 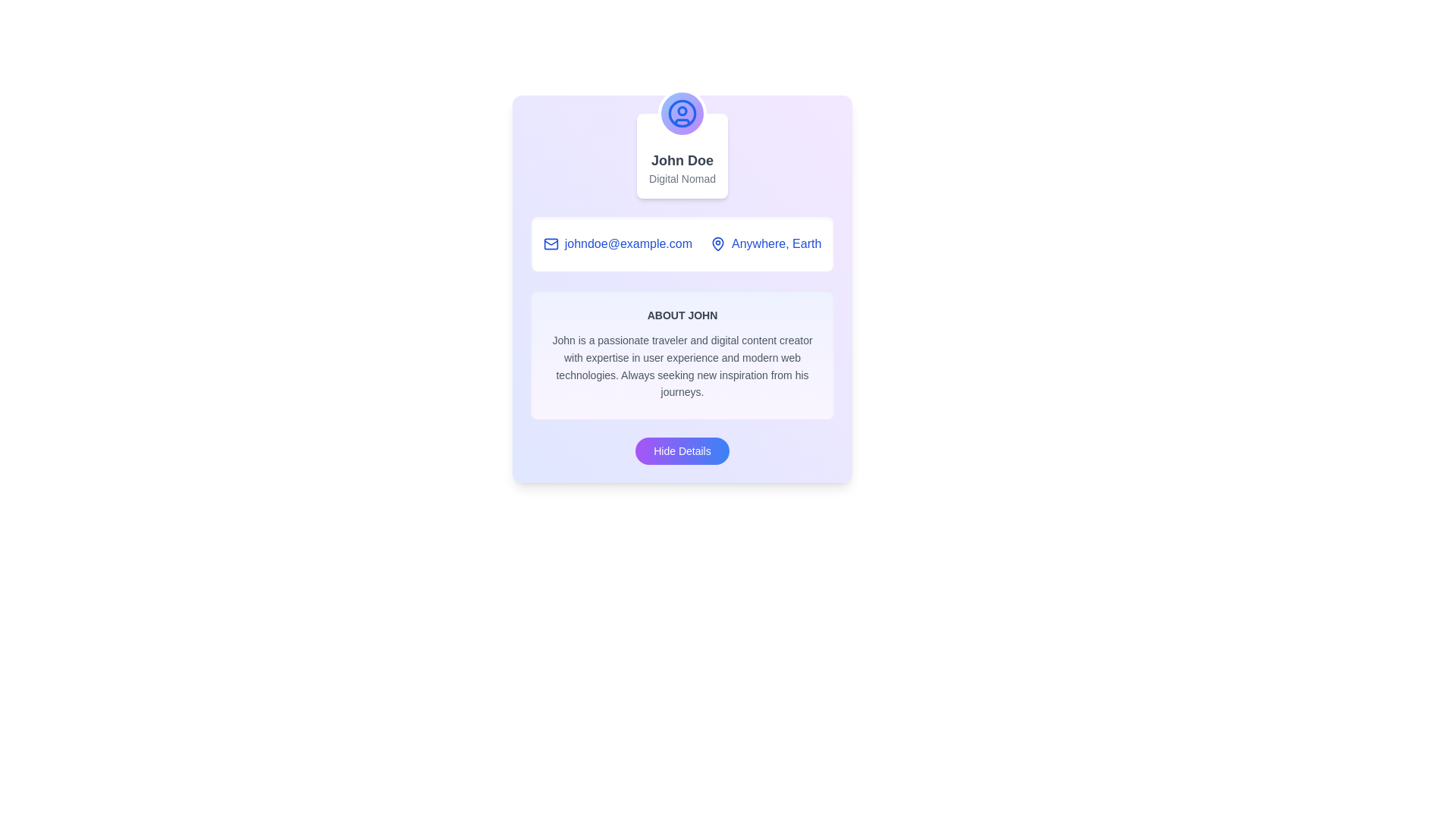 I want to click on the location marker icon representing 'Anywhere, Earth', so click(x=717, y=243).